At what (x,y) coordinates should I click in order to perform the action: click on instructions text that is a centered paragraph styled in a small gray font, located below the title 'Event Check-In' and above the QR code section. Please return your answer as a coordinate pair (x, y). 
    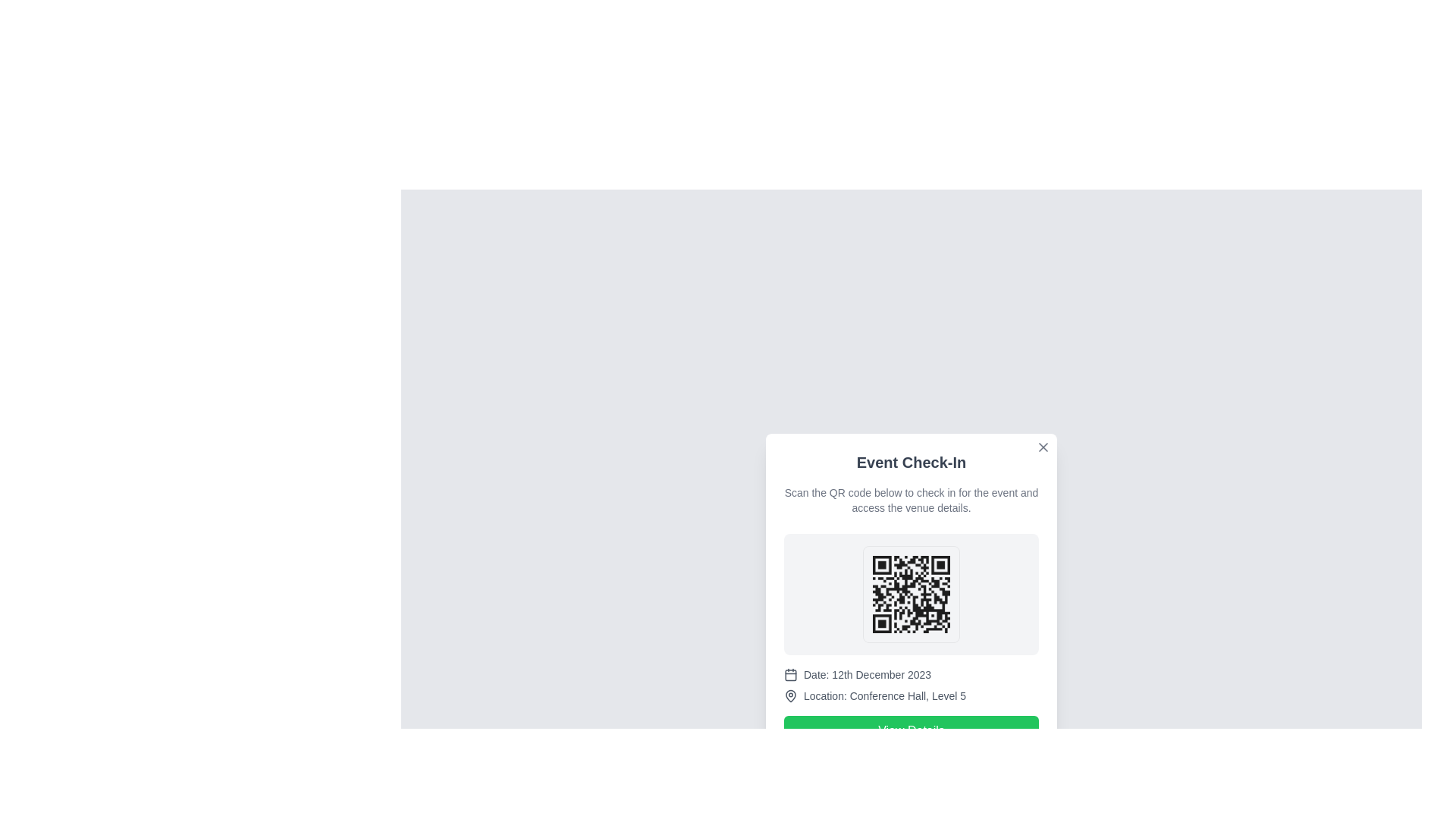
    Looking at the image, I should click on (910, 500).